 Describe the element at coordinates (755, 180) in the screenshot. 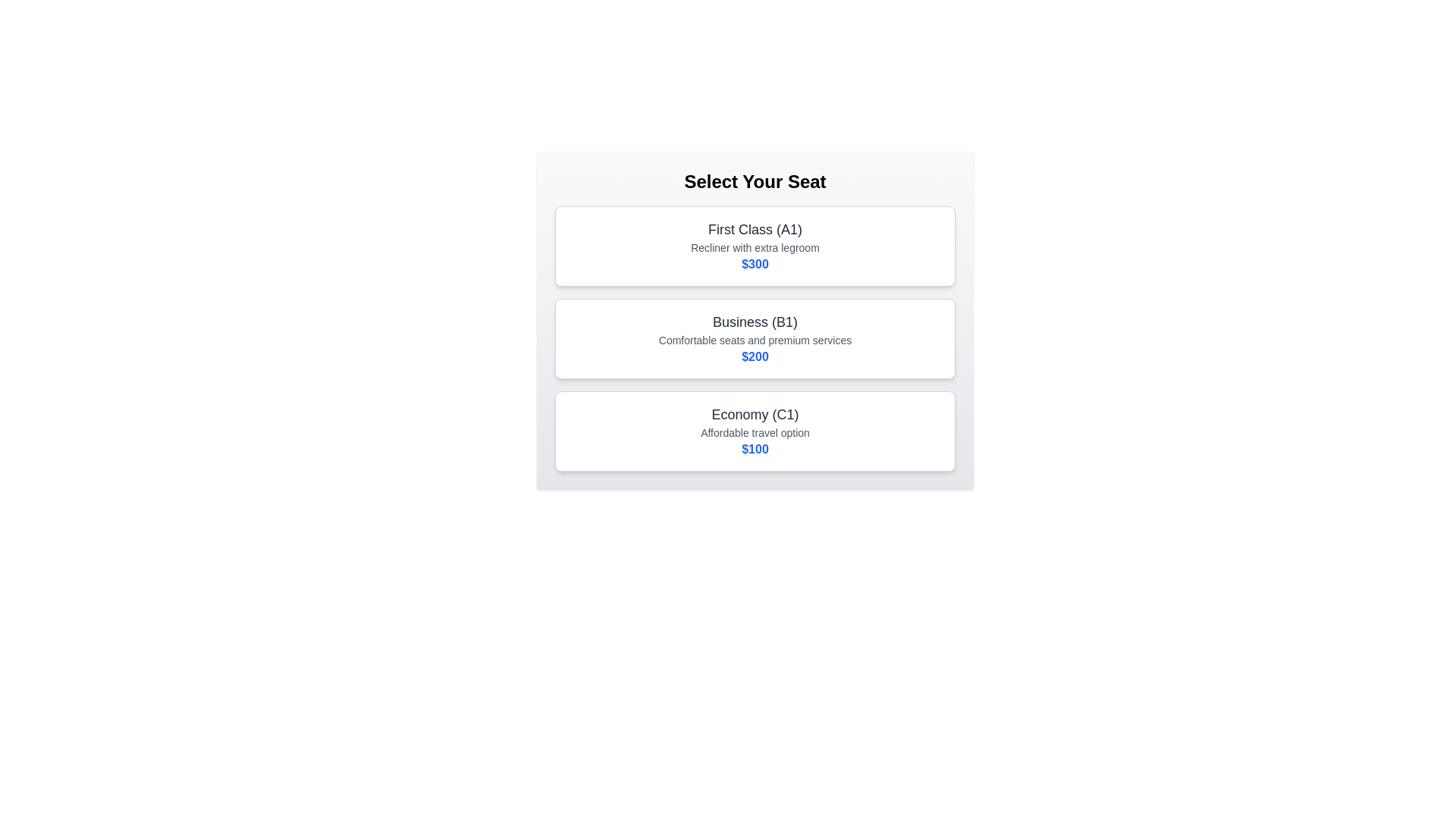

I see `the Text Header that provides a title or instruction for selecting a seating option, located at the top of the card above the first class selection` at that location.